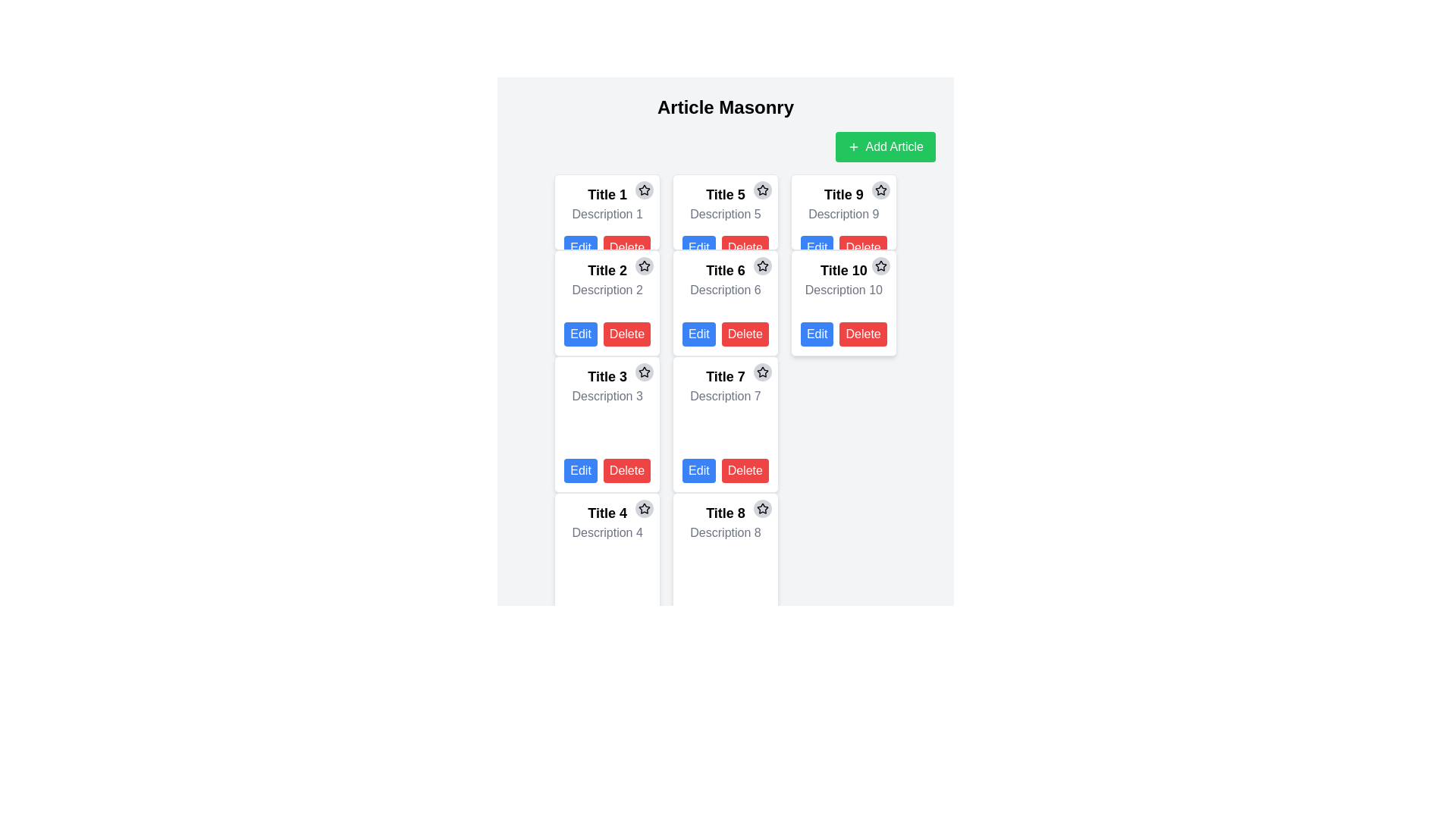  What do you see at coordinates (762, 189) in the screenshot?
I see `the favorite button located in the top-right corner of the card titled 'Title 5'` at bounding box center [762, 189].